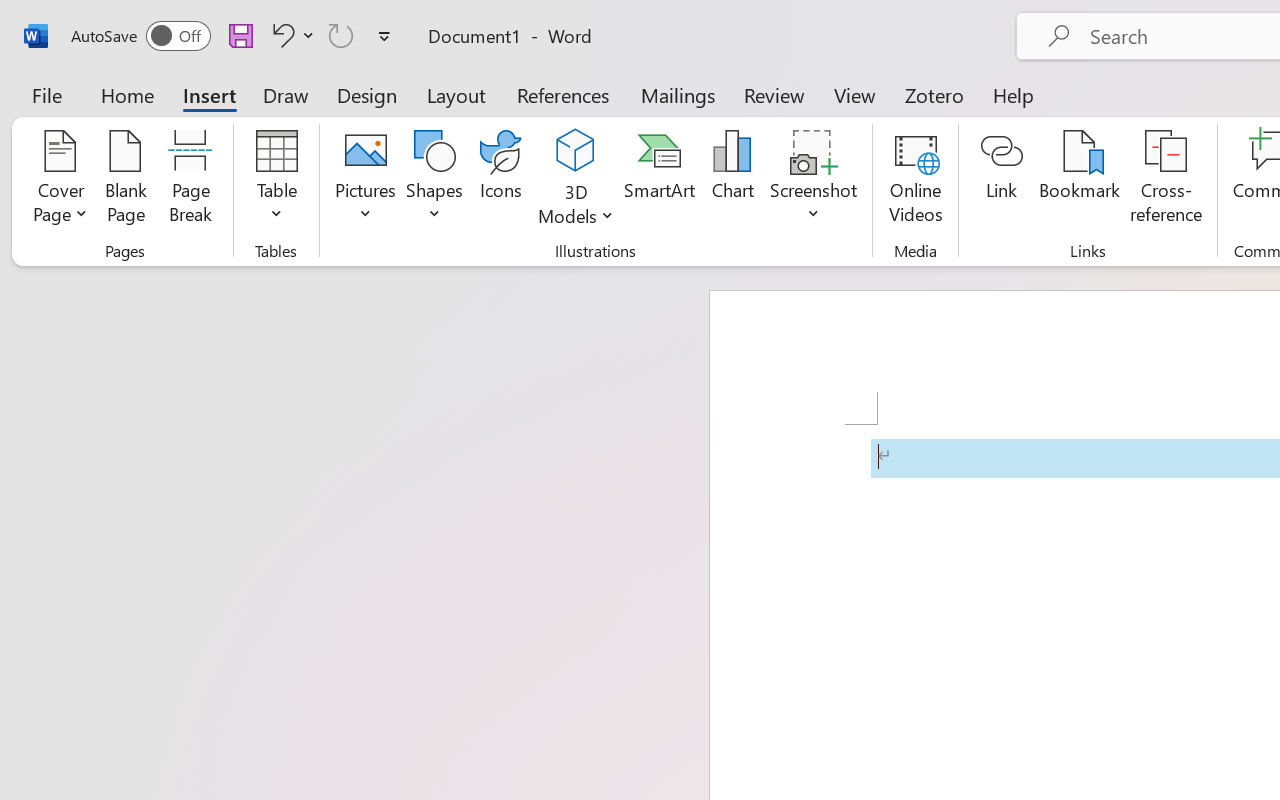  I want to click on 'Online Videos...', so click(914, 179).